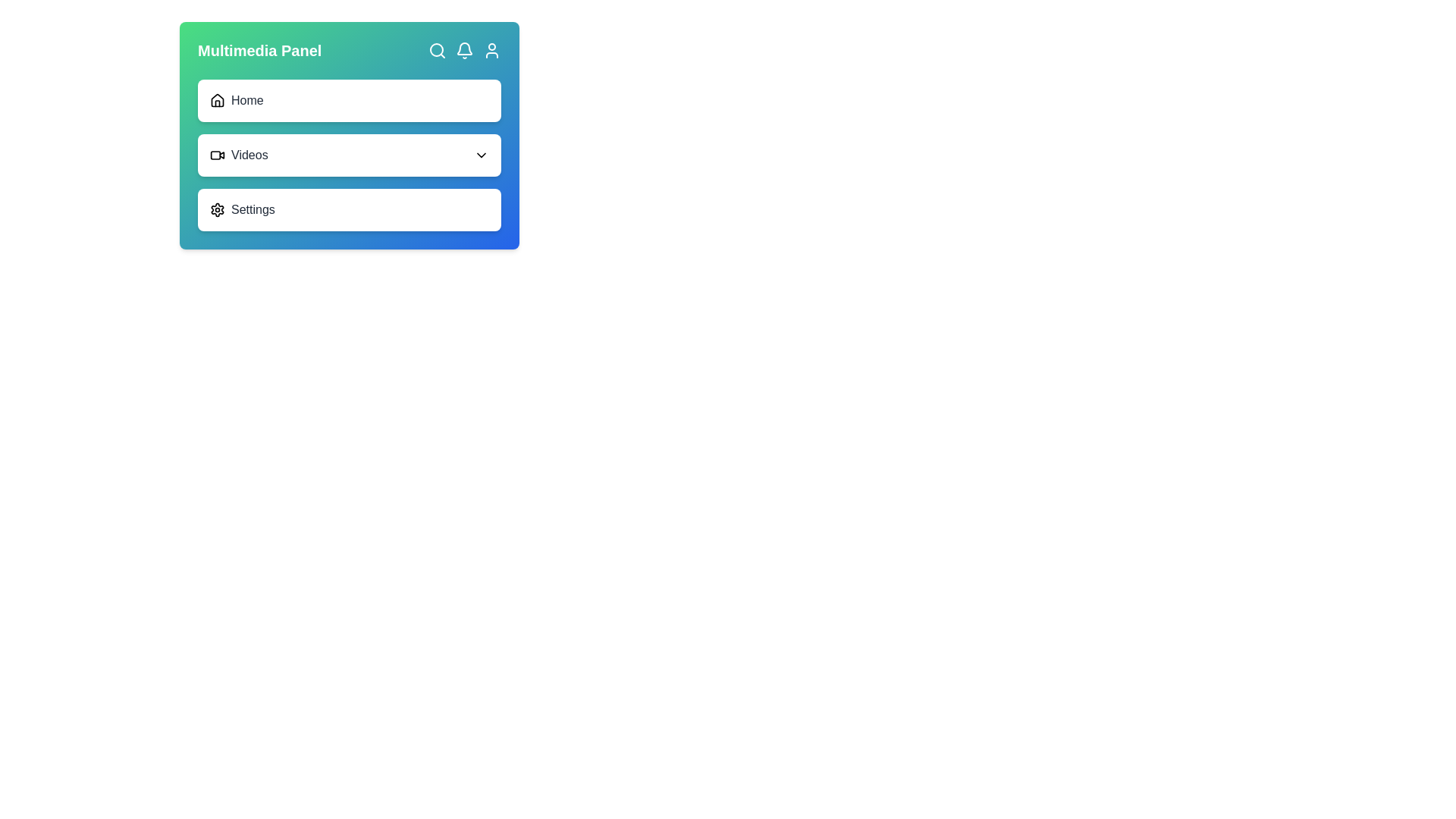 This screenshot has width=1456, height=819. What do you see at coordinates (348, 210) in the screenshot?
I see `the 'Settings' button` at bounding box center [348, 210].